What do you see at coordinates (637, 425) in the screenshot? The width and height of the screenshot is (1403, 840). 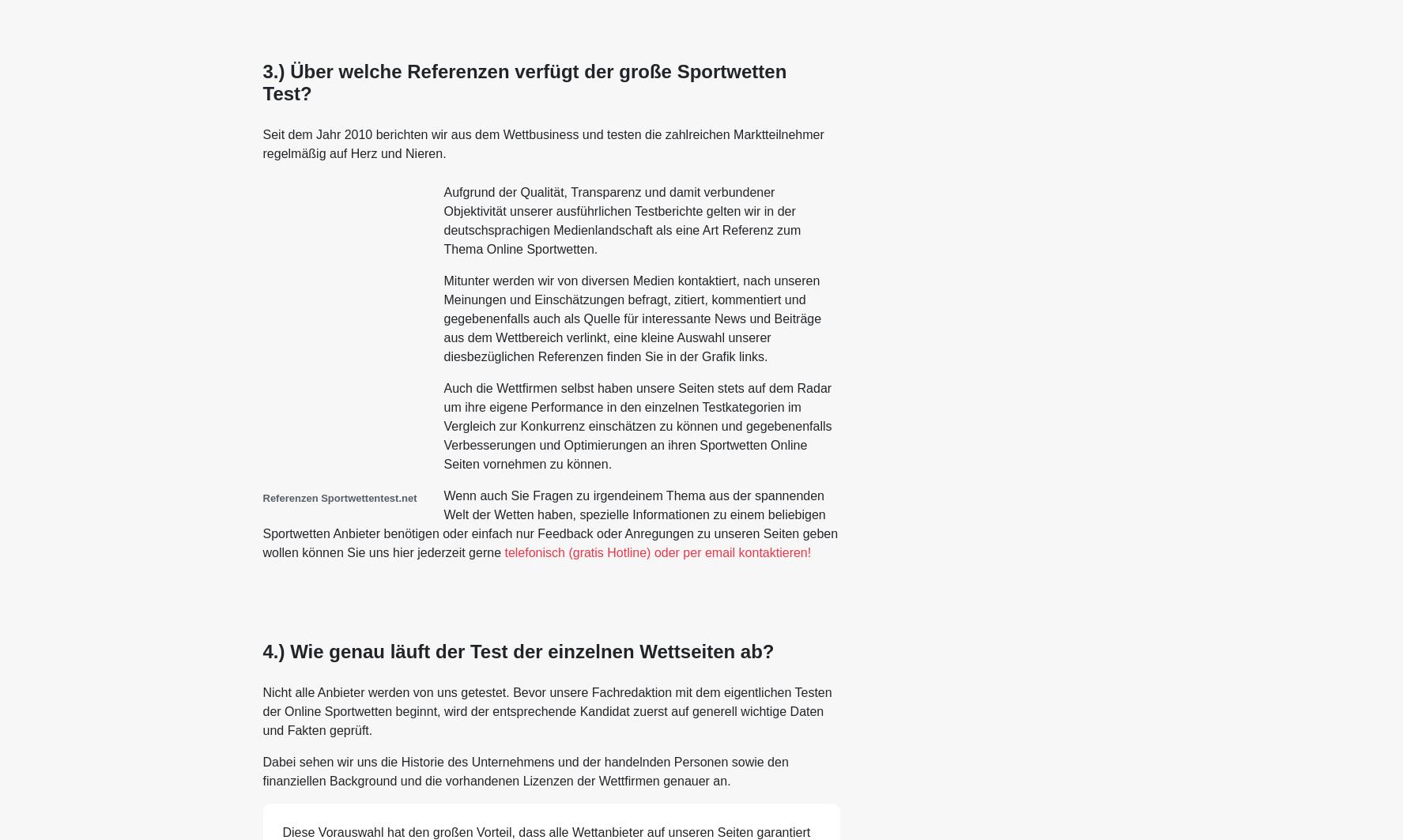 I see `'Auch die Wettfirmen selbst haben unsere Seiten stets auf dem Radar um ihre eigene Performance in den einzelnen Testkategorien im Vergleich zur Konkurrenz einschätzen zu können und gegebenenfalls Verbesserungen und Optimierungen an ihren Sportwetten Online Seiten vornehmen zu können.'` at bounding box center [637, 425].